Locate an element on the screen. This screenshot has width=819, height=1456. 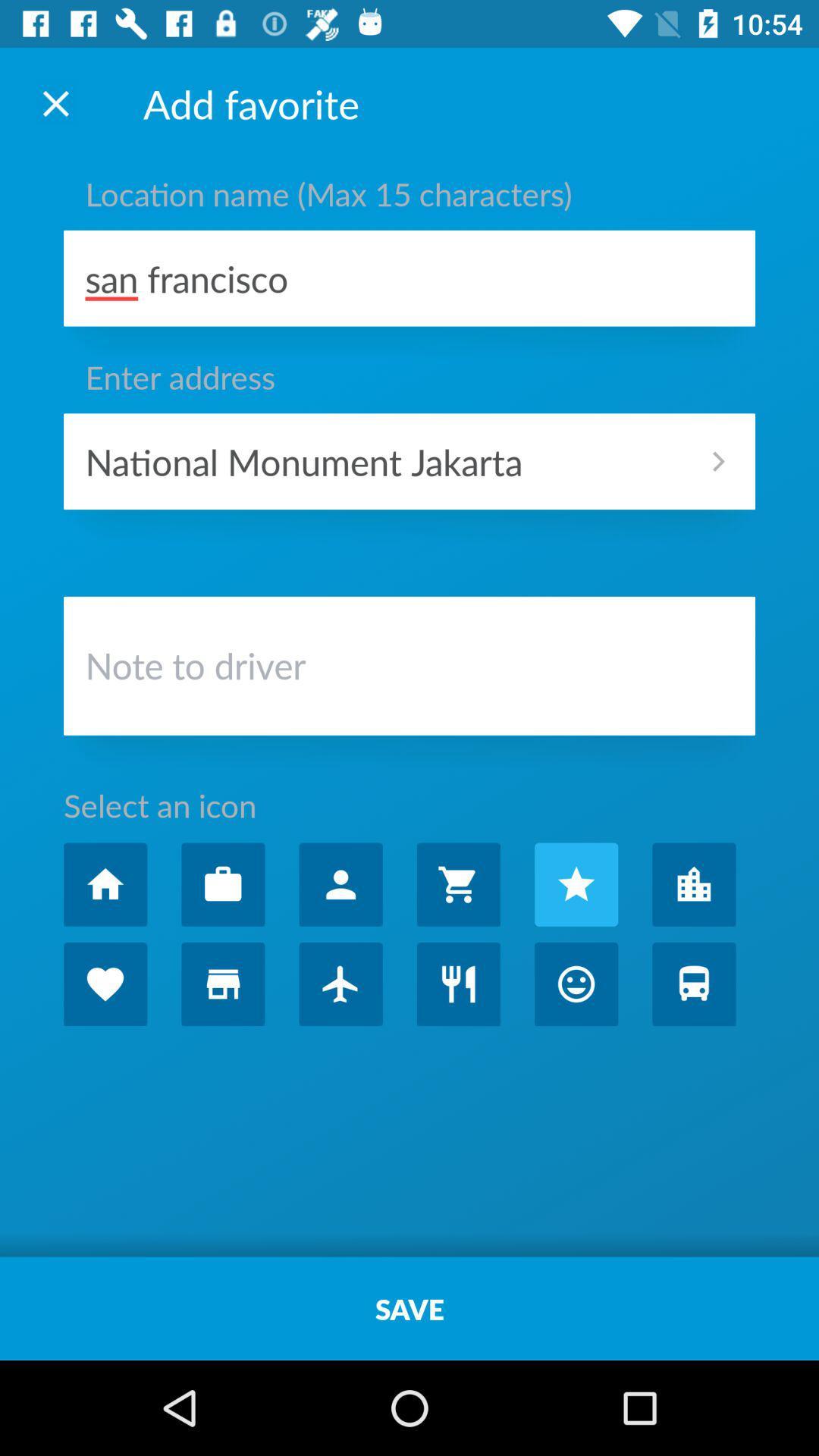
click briefcase is located at coordinates (223, 884).